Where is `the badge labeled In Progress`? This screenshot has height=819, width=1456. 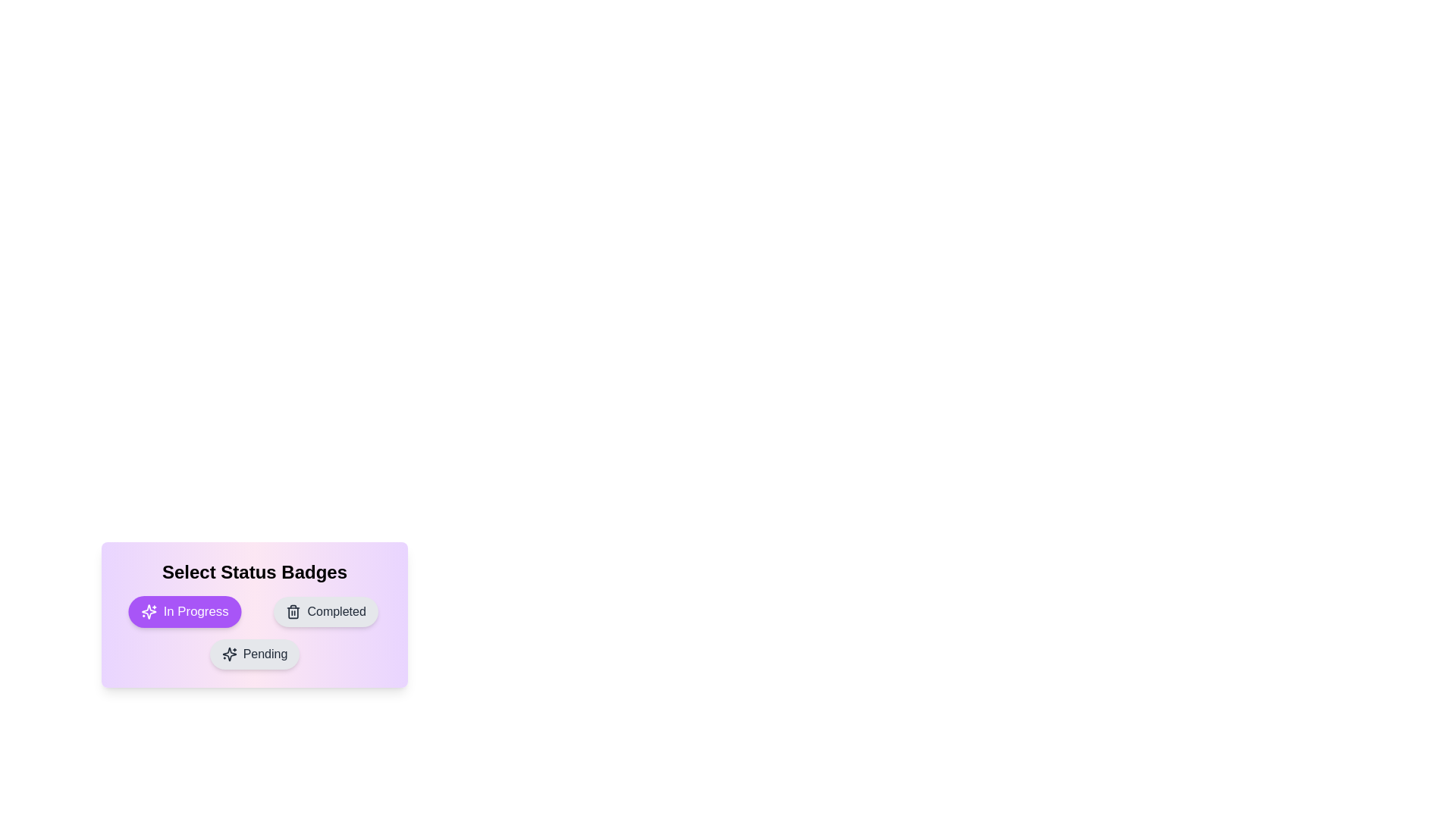
the badge labeled In Progress is located at coordinates (184, 610).